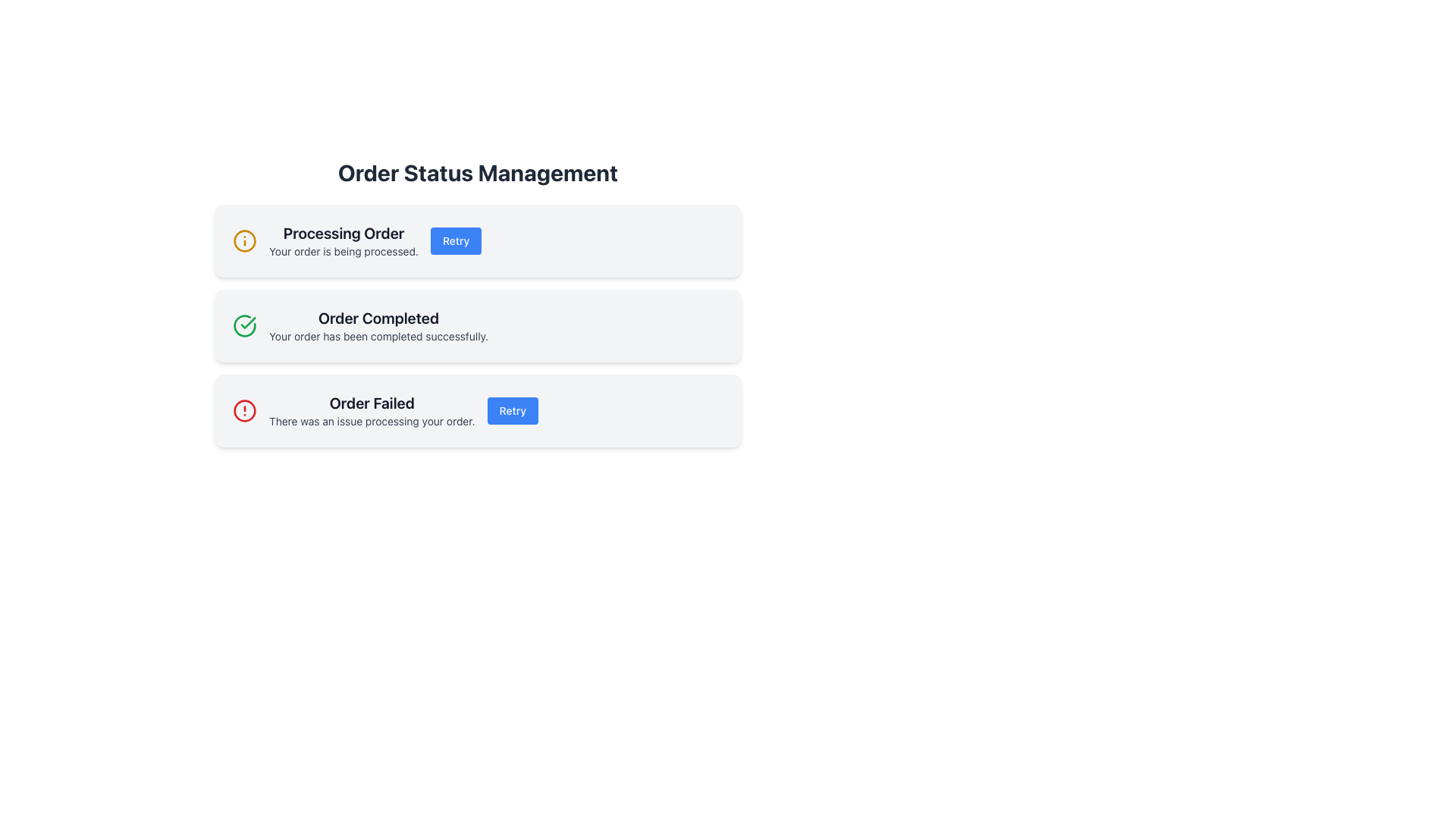  Describe the element at coordinates (477, 325) in the screenshot. I see `the Informational Section that features a green checkmark icon, the bold heading 'Order Completed', and the descriptive text 'Your order has been completed successfully.'` at that location.